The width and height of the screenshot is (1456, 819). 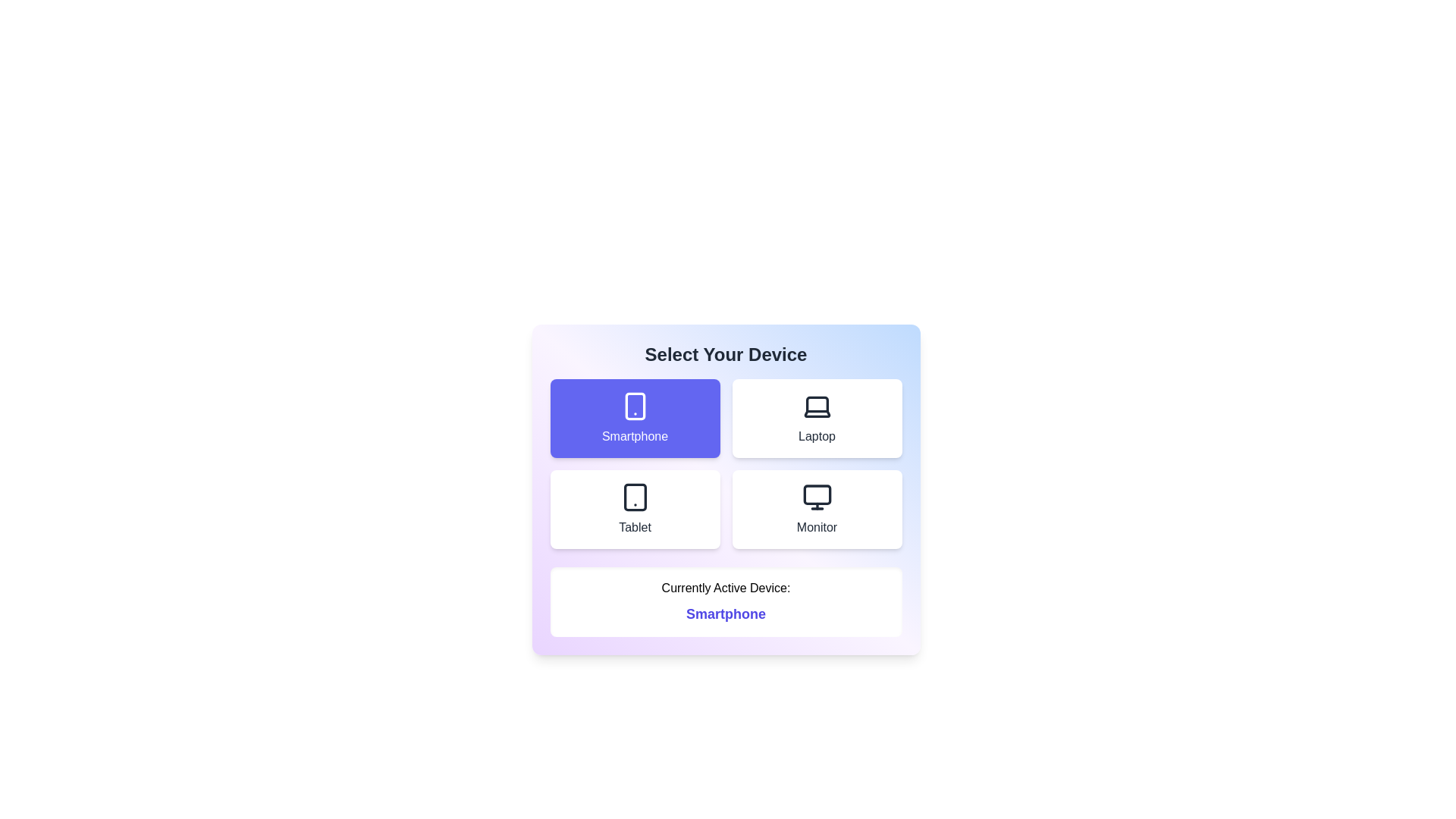 I want to click on the device option labeled Monitor to observe its hover effect, so click(x=816, y=509).